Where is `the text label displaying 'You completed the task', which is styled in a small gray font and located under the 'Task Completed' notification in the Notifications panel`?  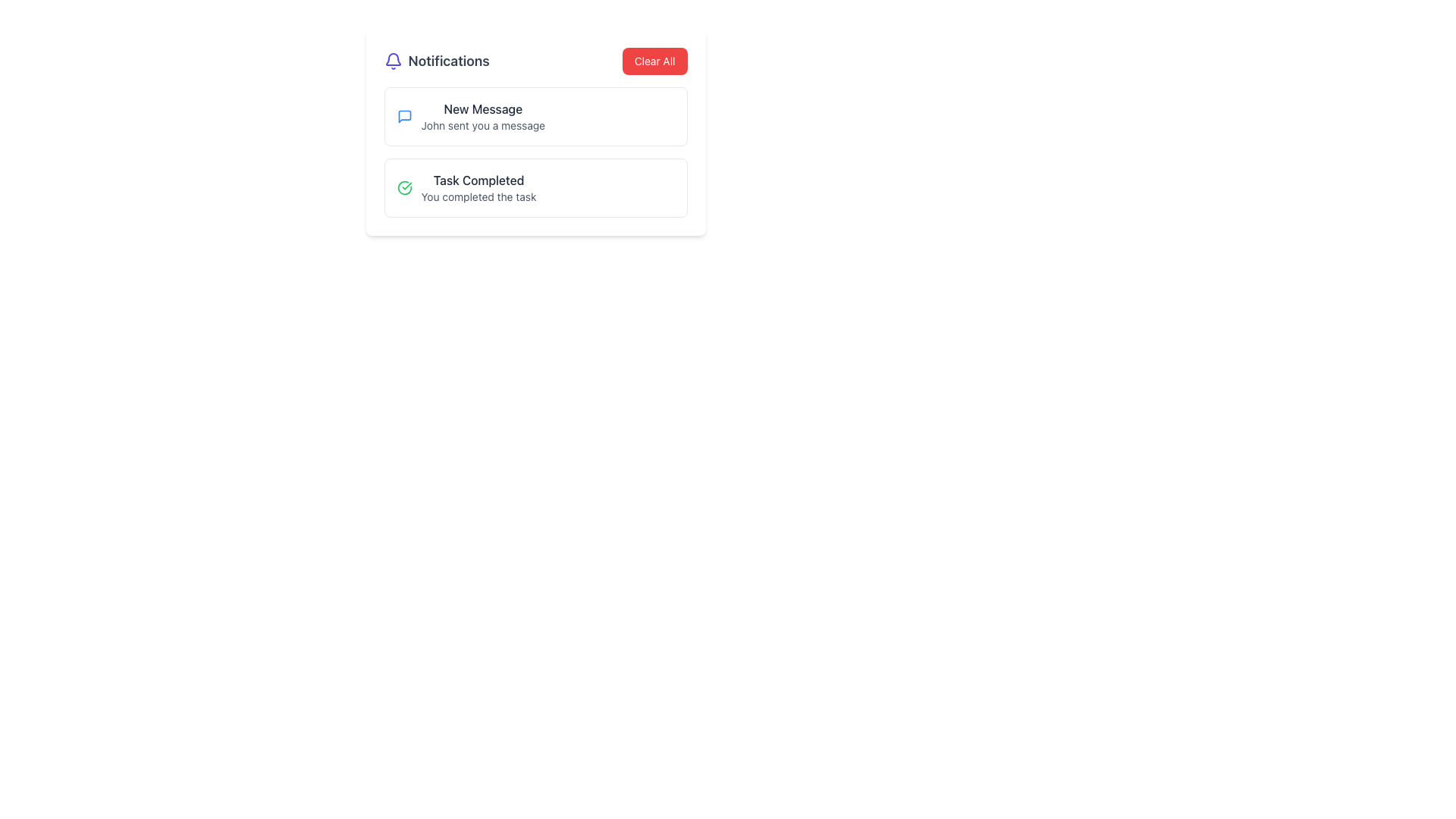 the text label displaying 'You completed the task', which is styled in a small gray font and located under the 'Task Completed' notification in the Notifications panel is located at coordinates (478, 196).